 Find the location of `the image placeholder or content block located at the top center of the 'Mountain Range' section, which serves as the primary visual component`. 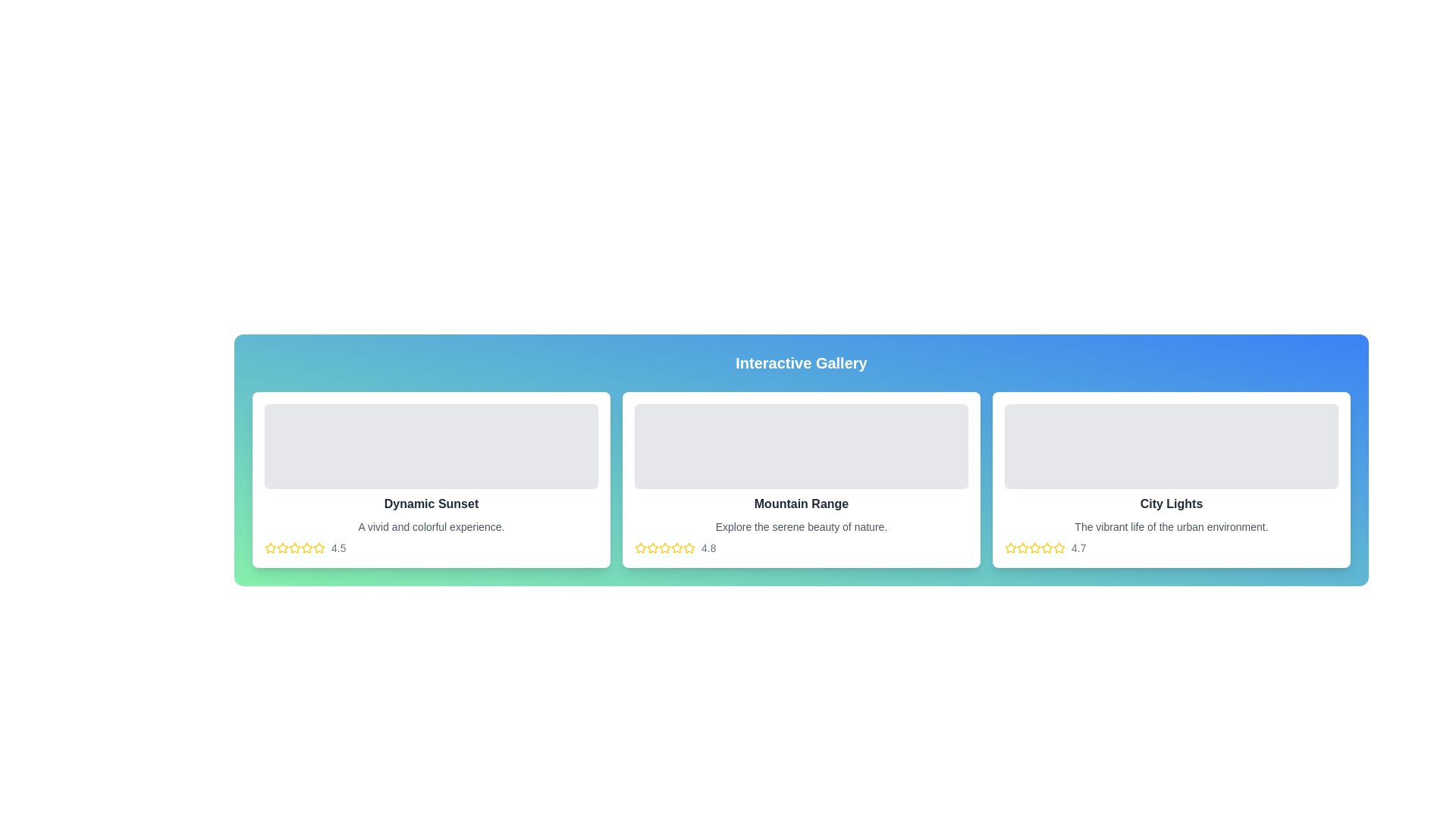

the image placeholder or content block located at the top center of the 'Mountain Range' section, which serves as the primary visual component is located at coordinates (800, 446).